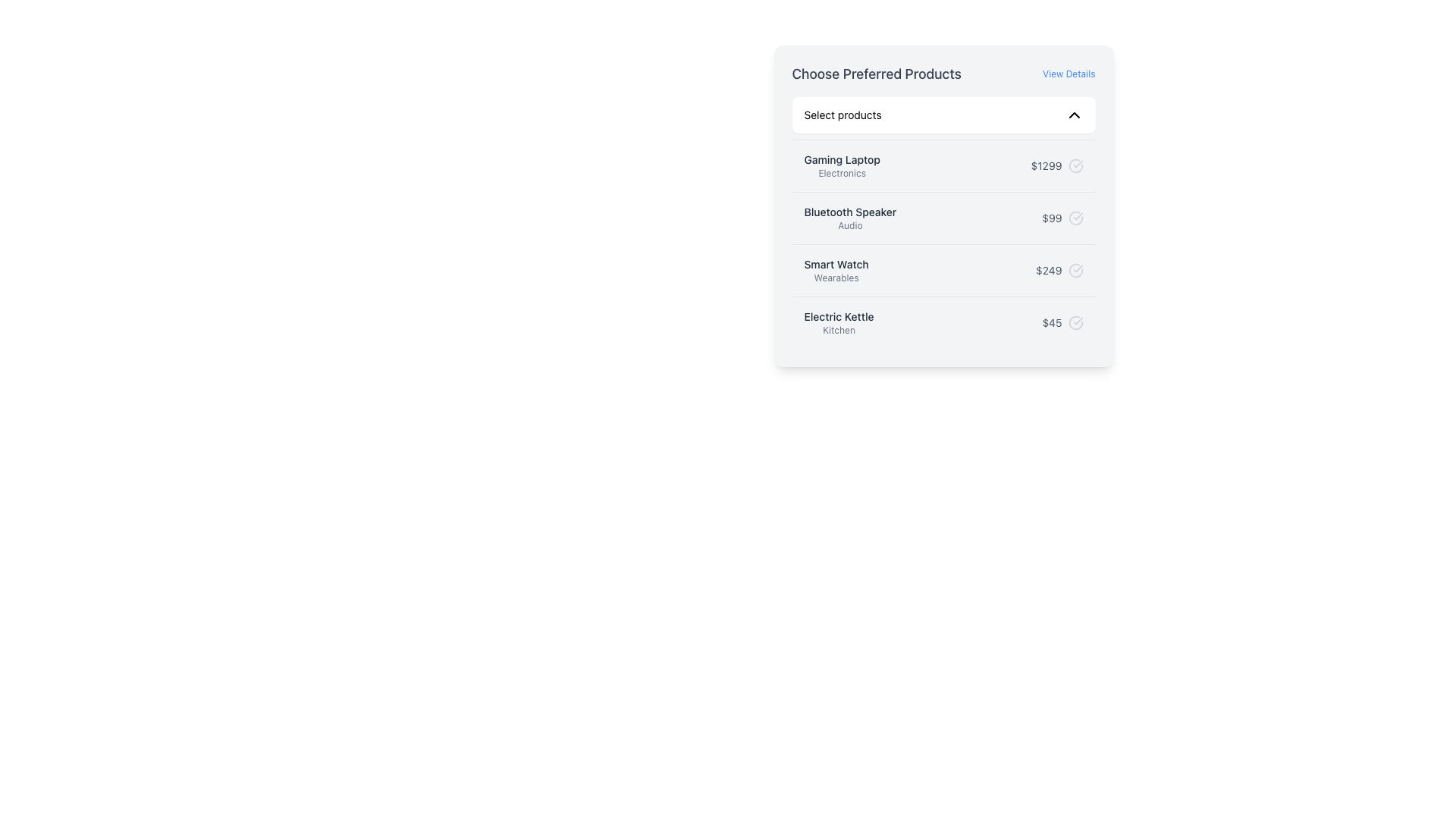 The height and width of the screenshot is (819, 1456). What do you see at coordinates (877, 74) in the screenshot?
I see `the Text Label that serves as a title or heading for the card, providing context about the options or information presented within the card` at bounding box center [877, 74].